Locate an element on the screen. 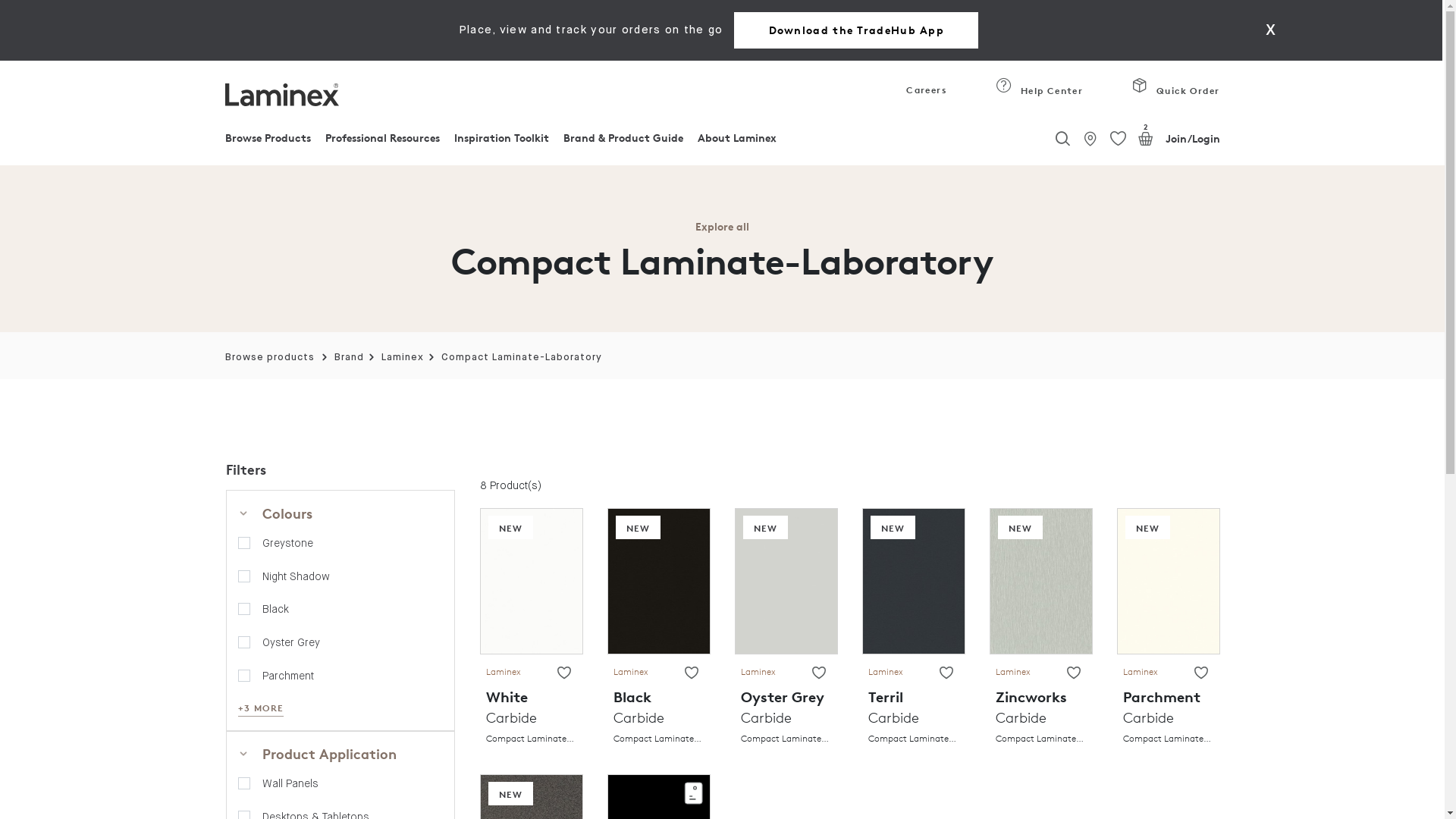  'Laminex' is located at coordinates (381, 357).